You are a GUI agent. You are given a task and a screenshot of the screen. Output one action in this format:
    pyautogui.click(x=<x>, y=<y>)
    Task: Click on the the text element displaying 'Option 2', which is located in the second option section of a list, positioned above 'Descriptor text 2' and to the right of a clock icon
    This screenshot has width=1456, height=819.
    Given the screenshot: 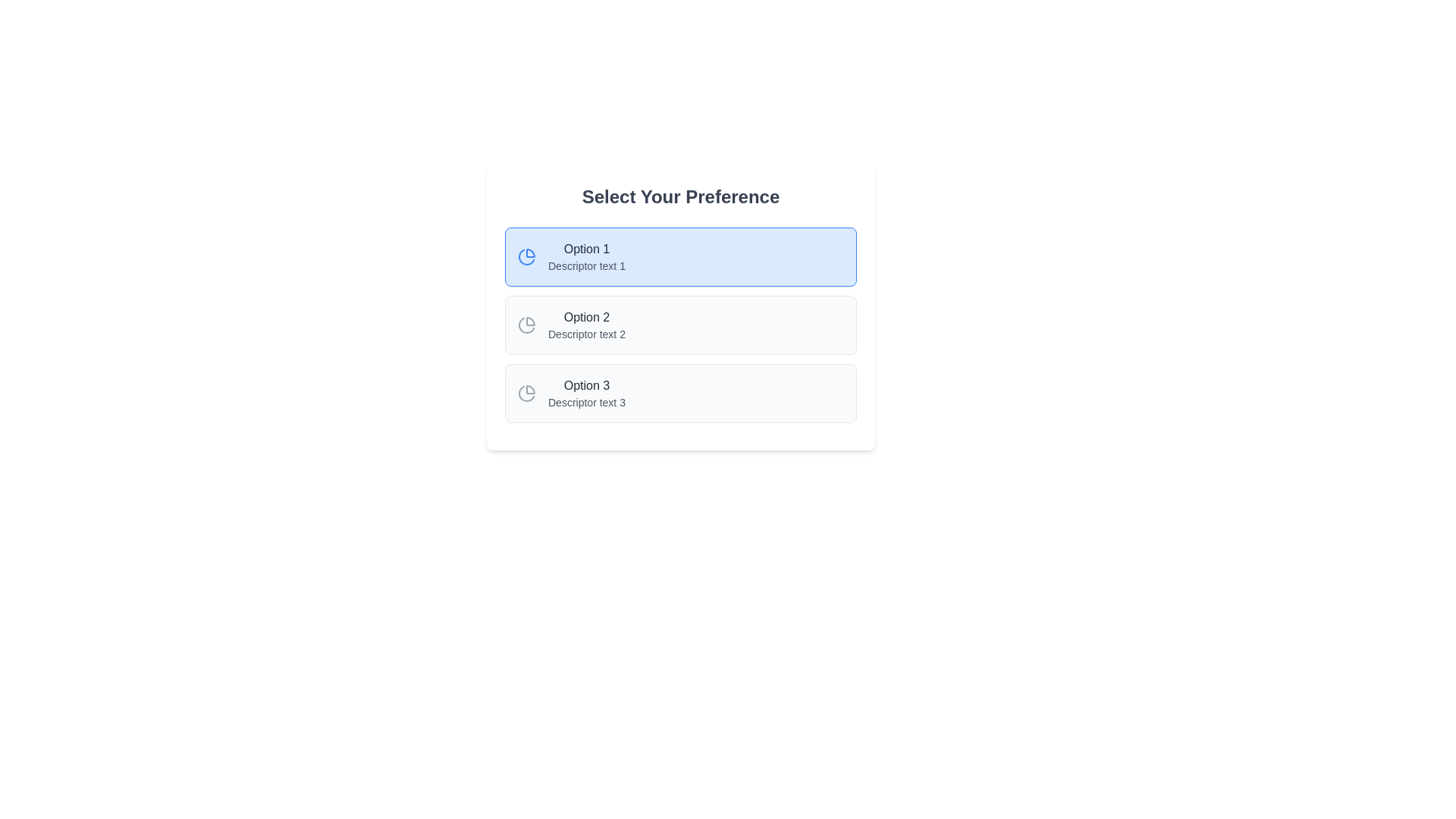 What is the action you would take?
    pyautogui.click(x=585, y=317)
    